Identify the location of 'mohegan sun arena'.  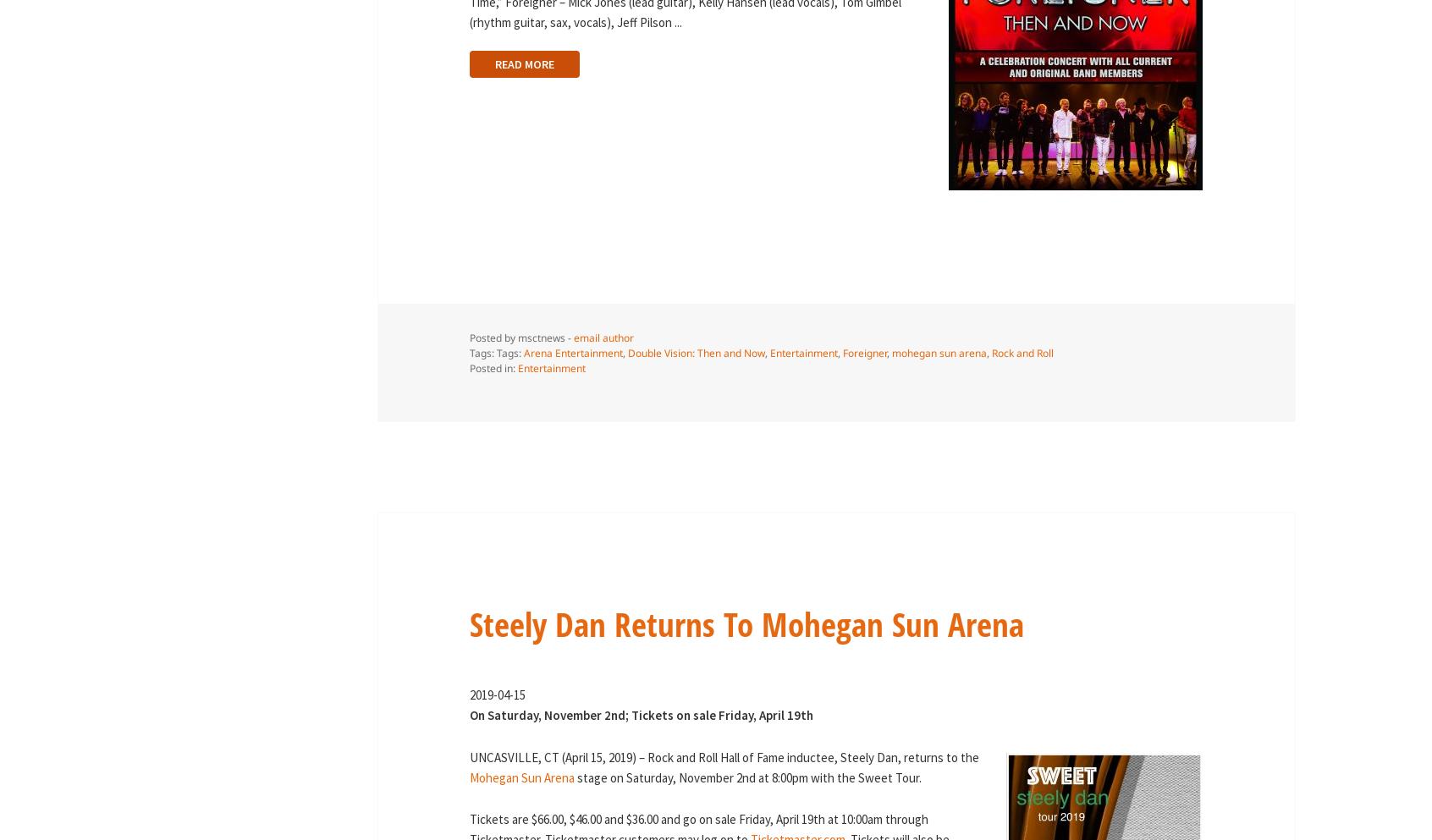
(938, 352).